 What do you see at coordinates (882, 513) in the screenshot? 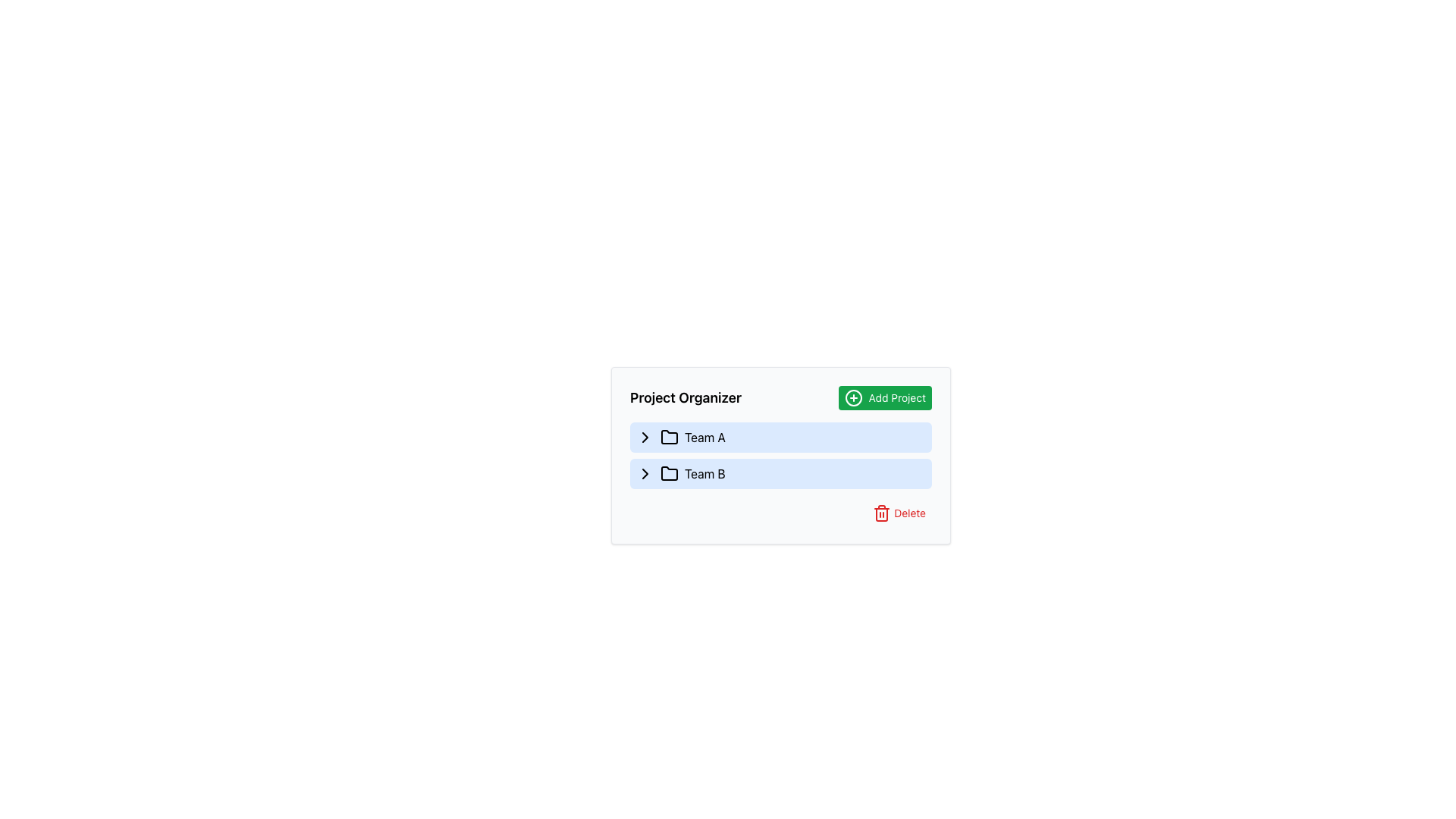
I see `the trash bin icon, which is bright red and located adjacent to the 'Delete' text in the bottom-right portion of the application interface` at bounding box center [882, 513].